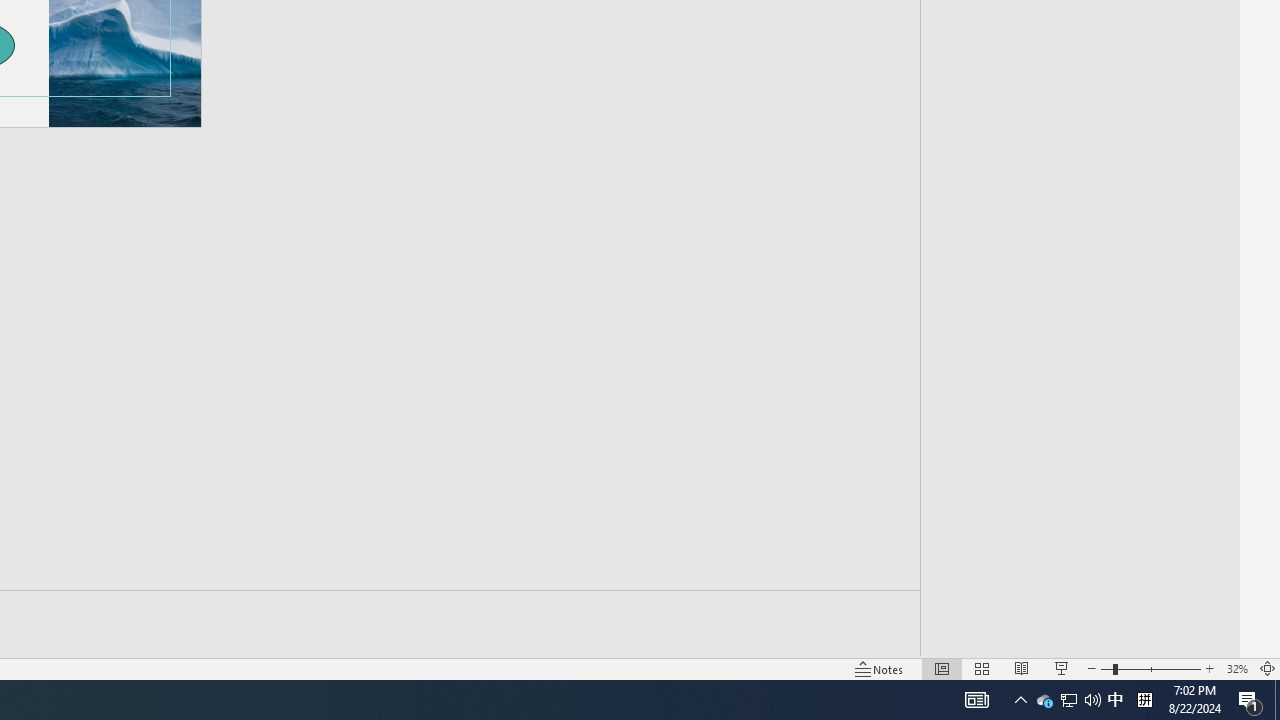  I want to click on 'Notes ', so click(879, 669).